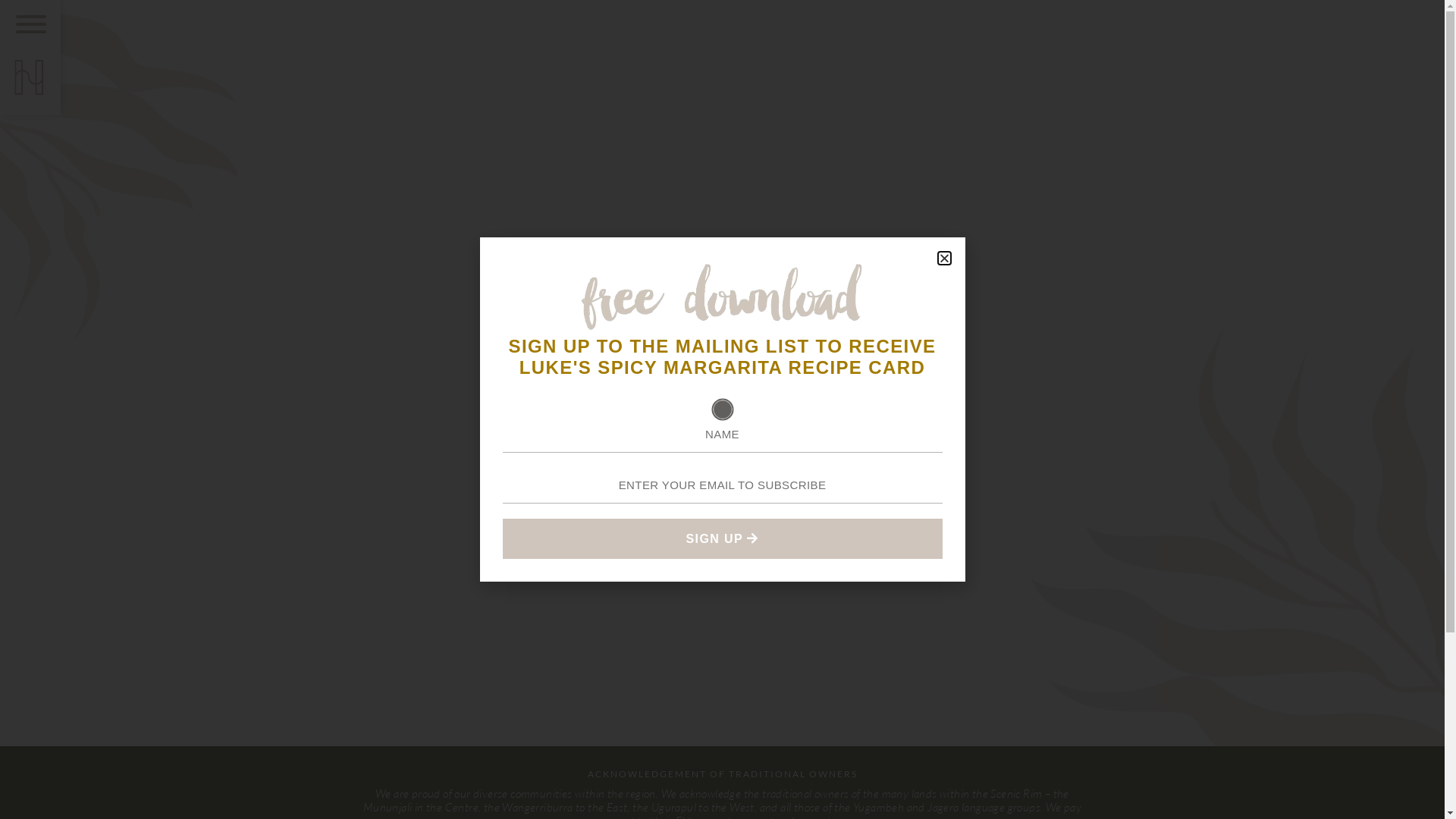 Image resolution: width=1456 pixels, height=819 pixels. Describe the element at coordinates (720, 538) in the screenshot. I see `'SIGN UP'` at that location.